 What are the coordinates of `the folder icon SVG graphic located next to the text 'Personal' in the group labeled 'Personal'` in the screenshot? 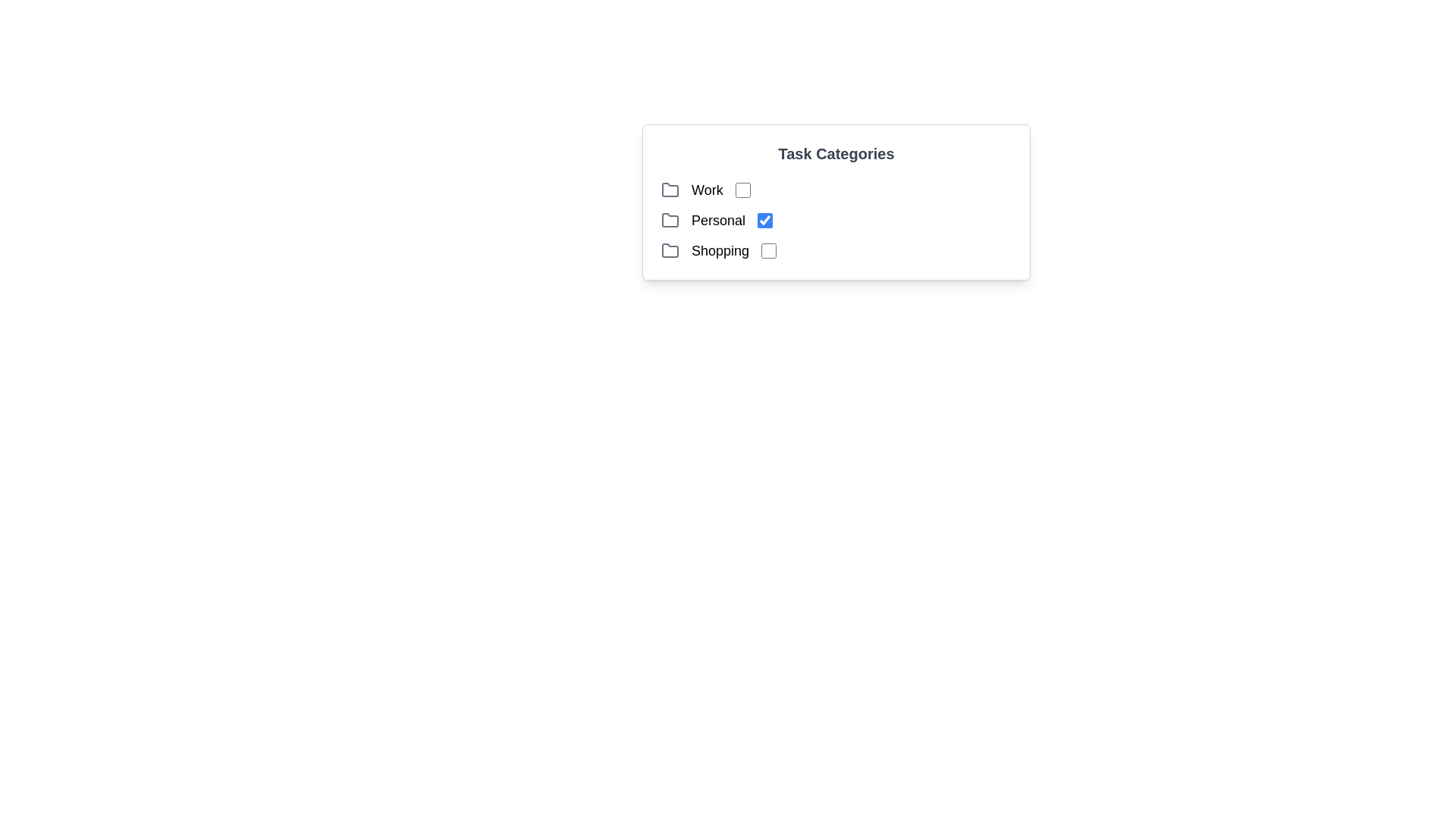 It's located at (669, 220).